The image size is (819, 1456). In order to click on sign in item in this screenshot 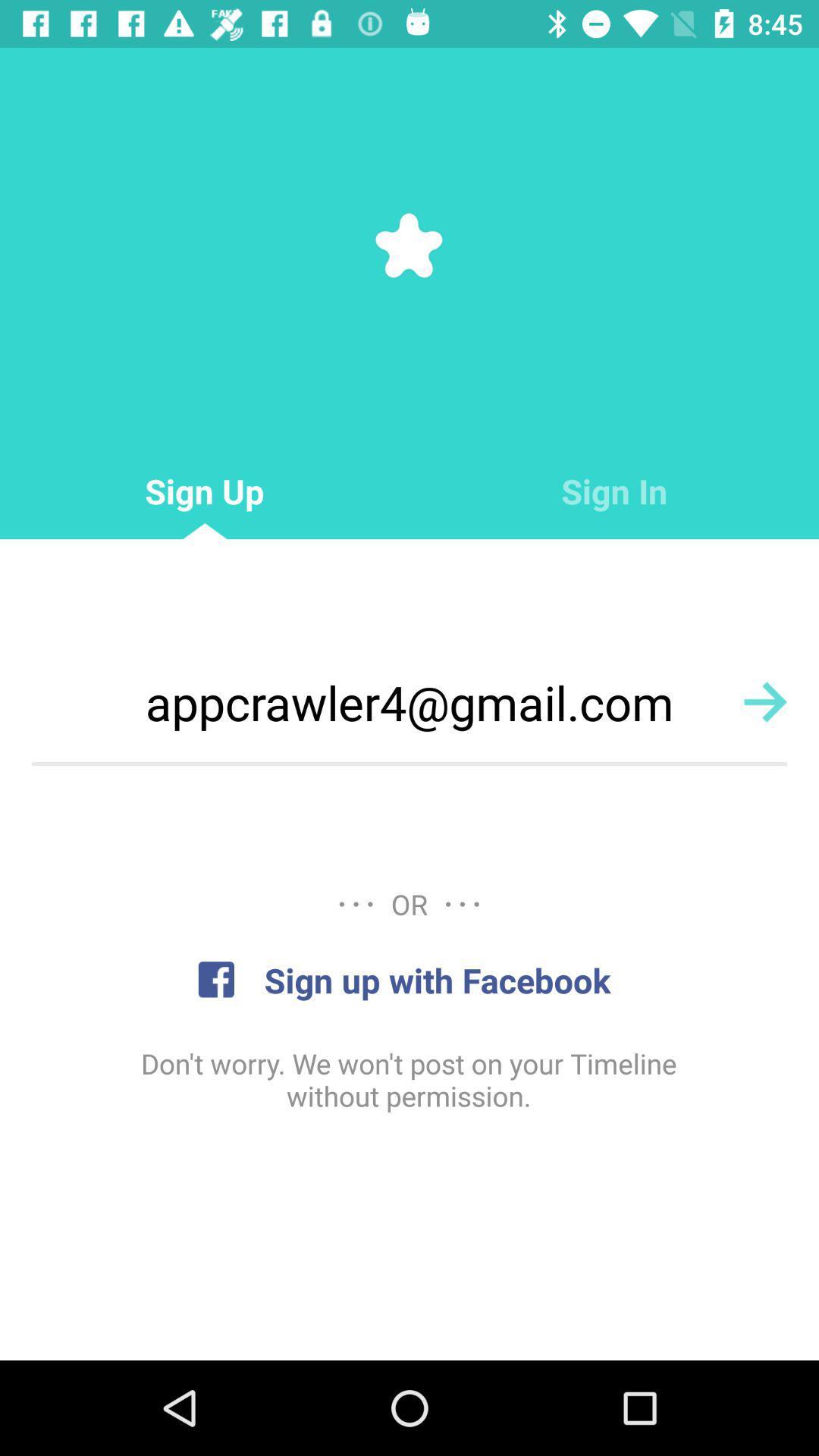, I will do `click(614, 491)`.